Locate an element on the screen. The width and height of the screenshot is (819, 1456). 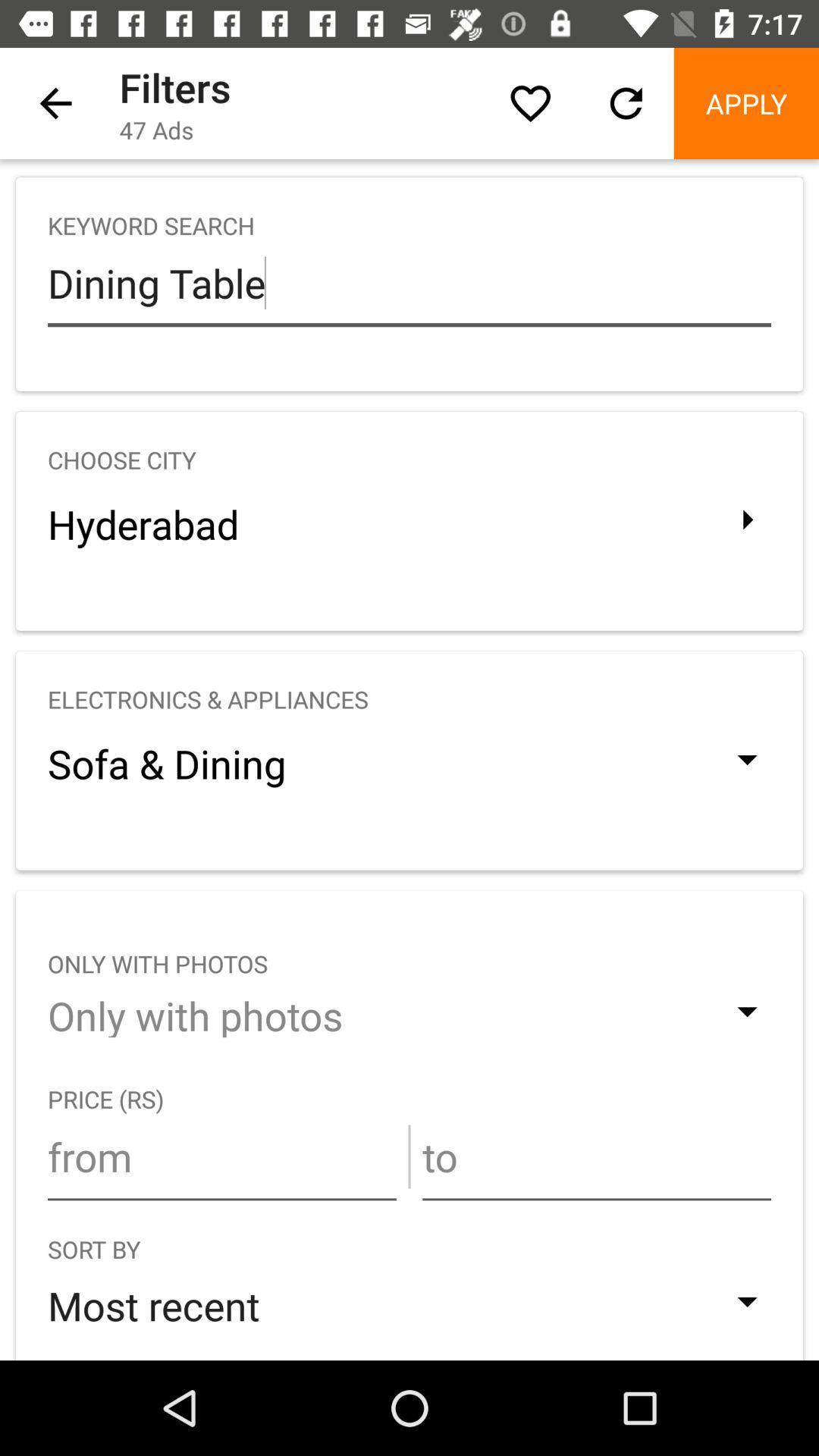
the icon above keyword search is located at coordinates (55, 102).